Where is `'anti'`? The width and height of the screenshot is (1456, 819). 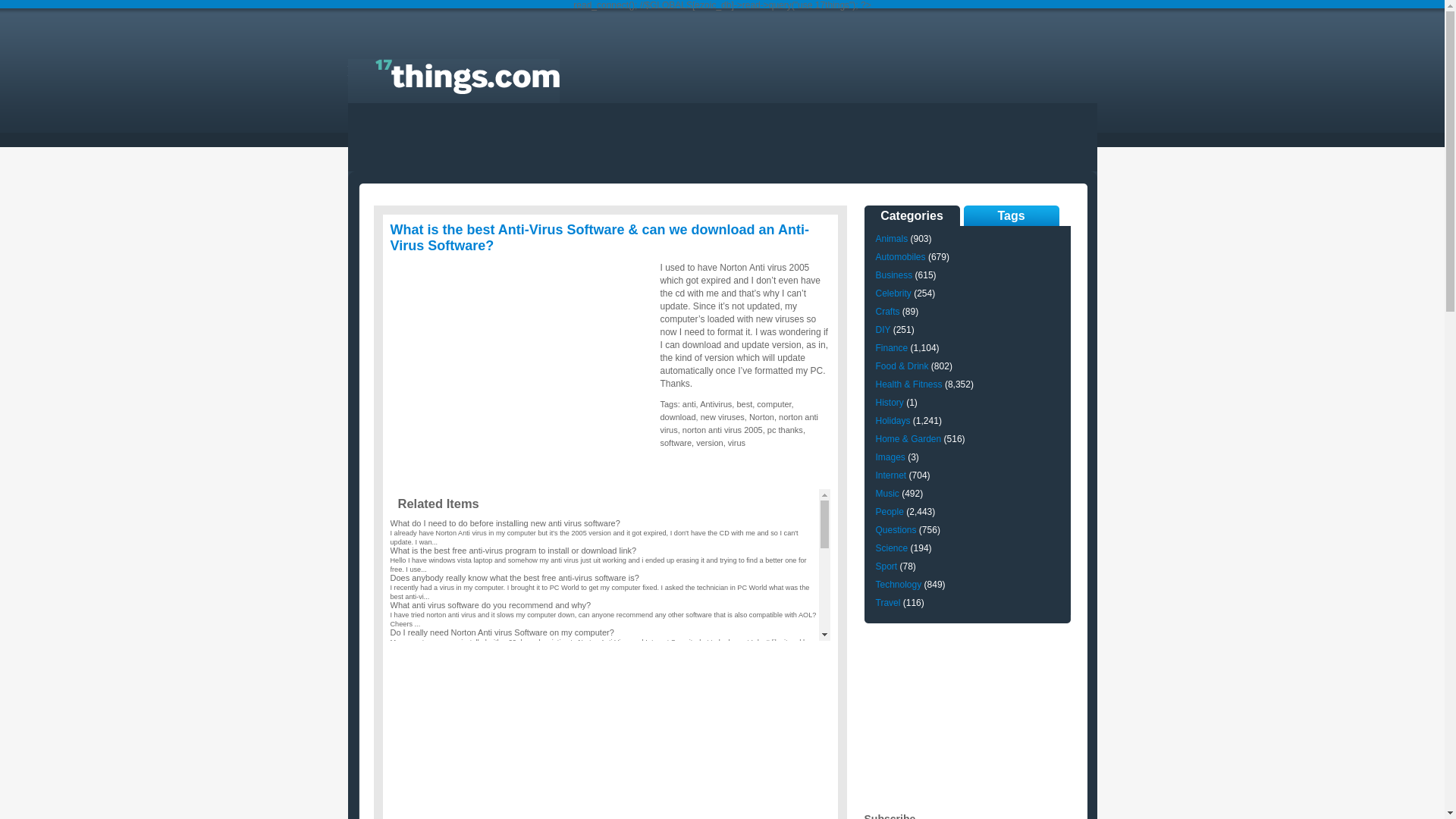 'anti' is located at coordinates (688, 403).